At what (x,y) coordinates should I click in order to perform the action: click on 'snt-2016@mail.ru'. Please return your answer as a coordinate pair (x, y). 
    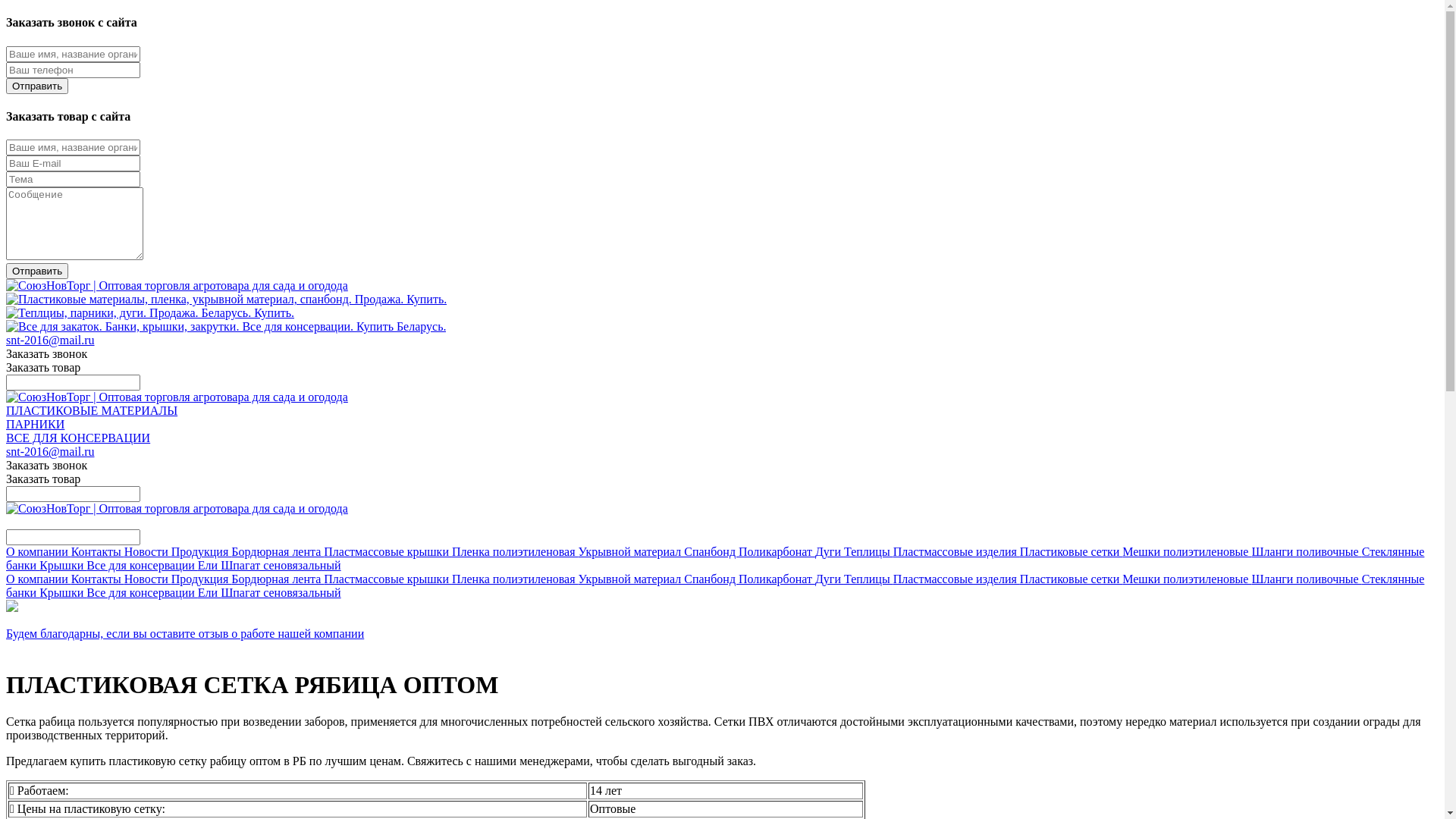
    Looking at the image, I should click on (50, 450).